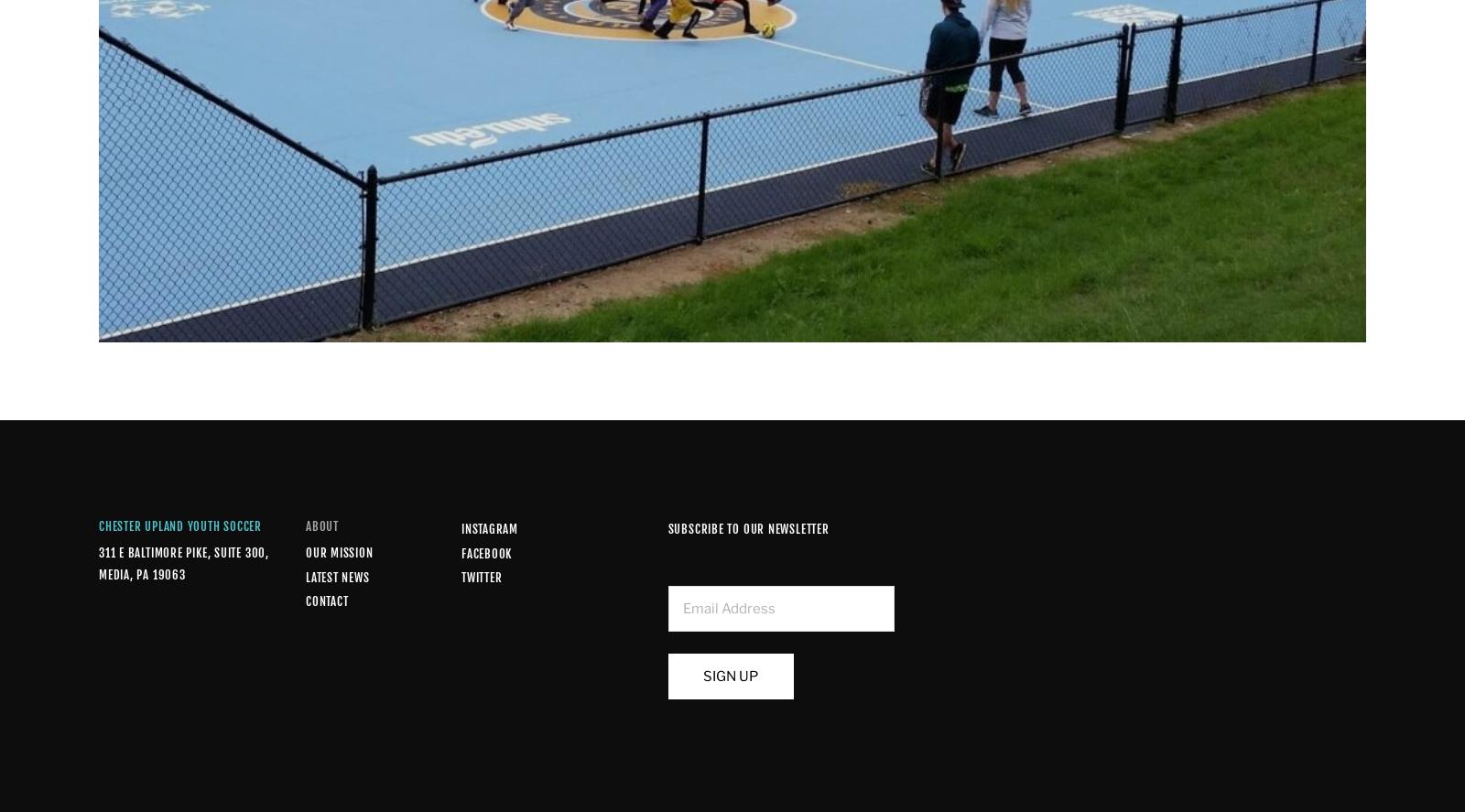 This screenshot has width=1465, height=812. What do you see at coordinates (182, 552) in the screenshot?
I see `'311 E Baltimore Pike, Suite 300,'` at bounding box center [182, 552].